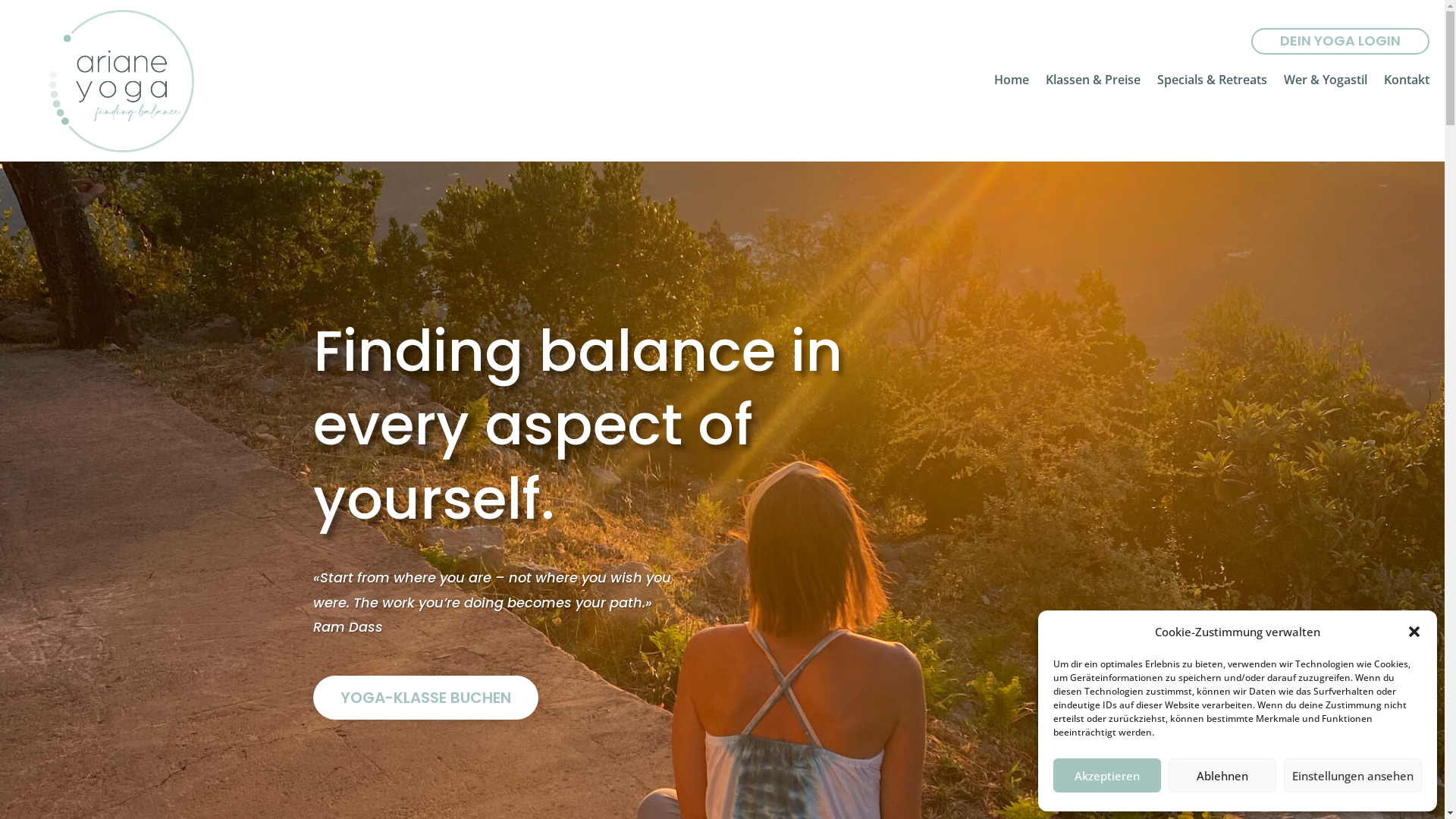 The image size is (1456, 819). I want to click on 'YOGA-KLASSE BUCHEN', so click(425, 698).